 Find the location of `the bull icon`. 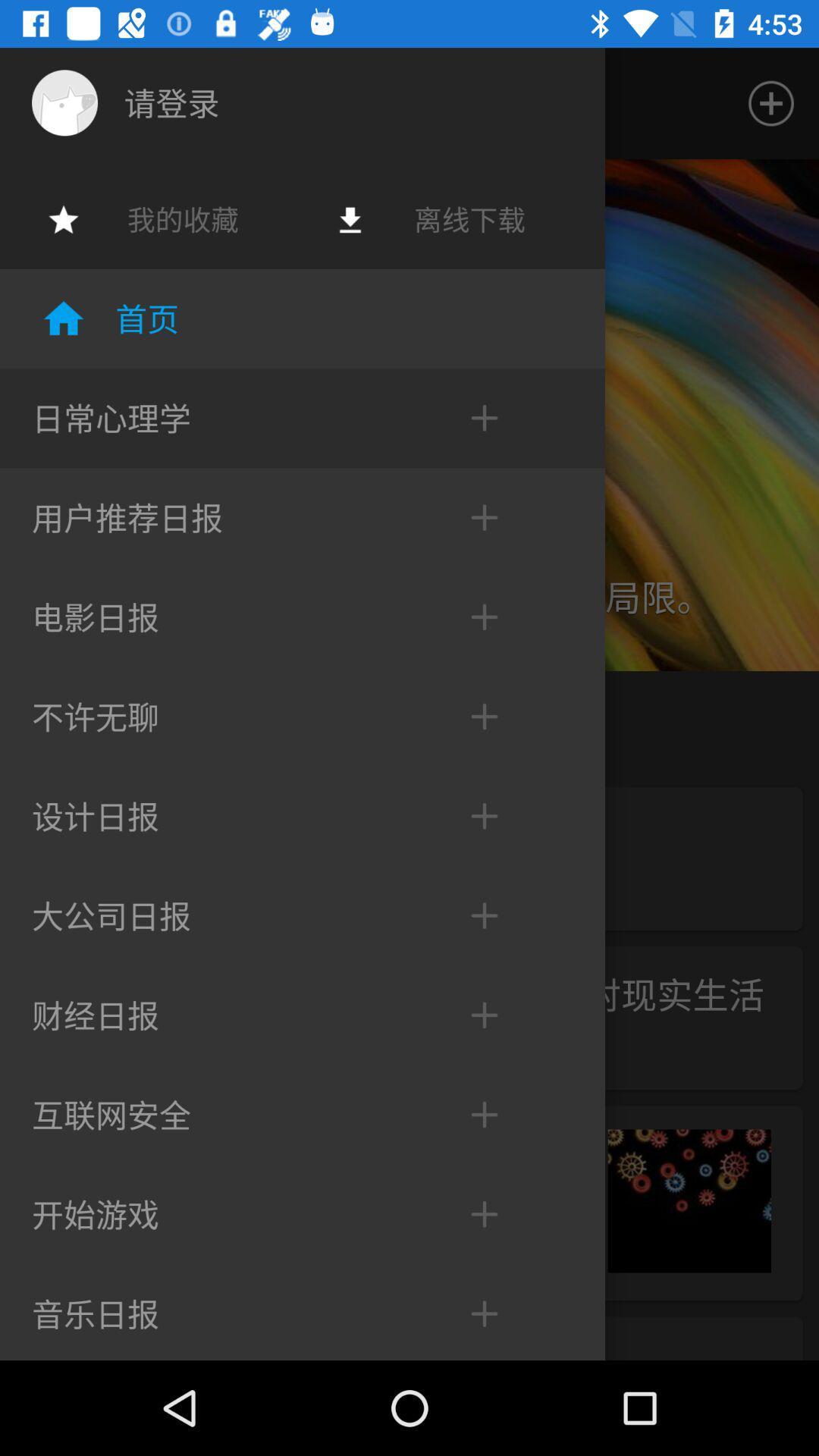

the bull icon is located at coordinates (64, 102).